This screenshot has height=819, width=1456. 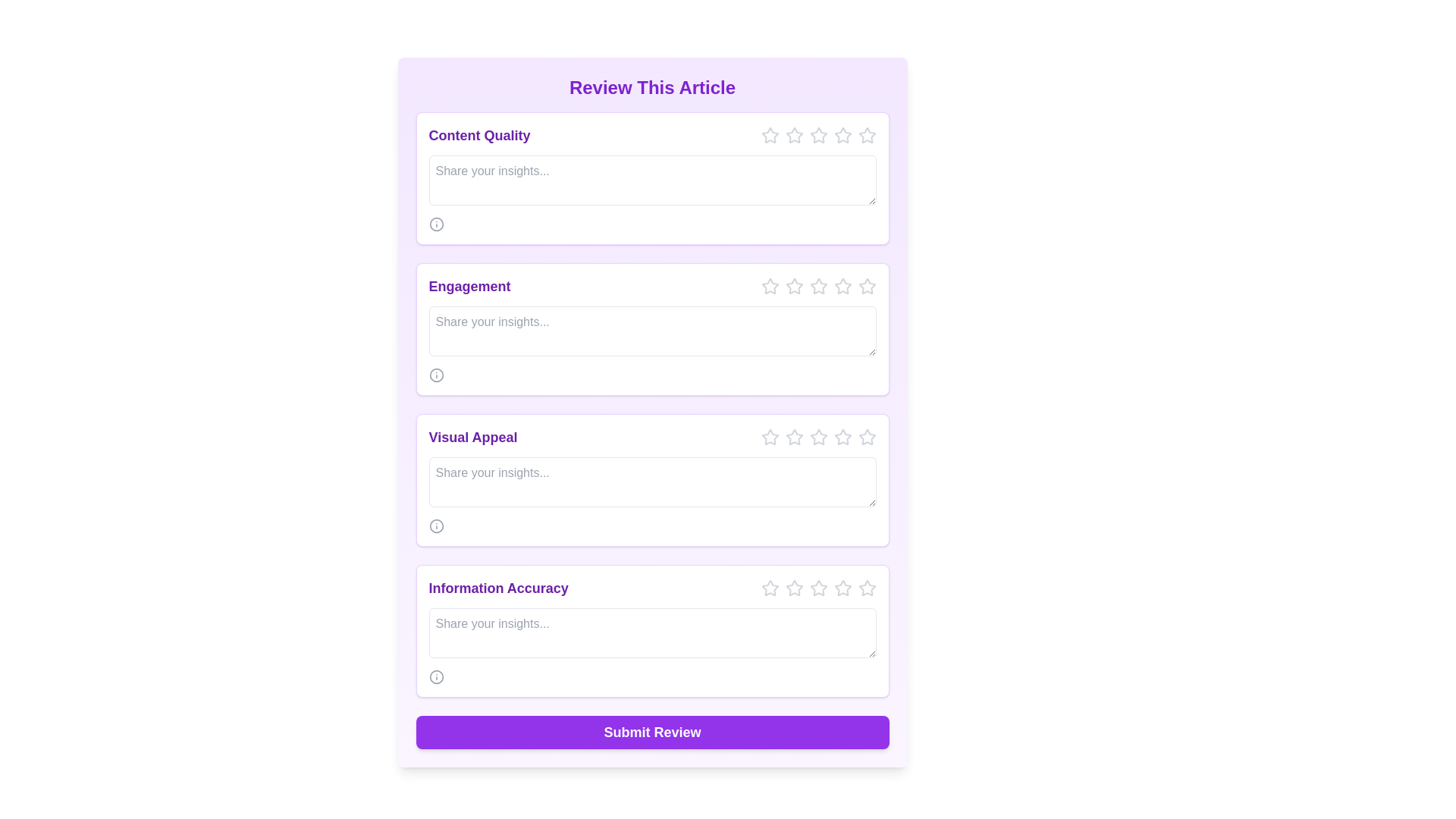 I want to click on the third star rating icon located to the right of the 'Content Quality' text, so click(x=817, y=134).